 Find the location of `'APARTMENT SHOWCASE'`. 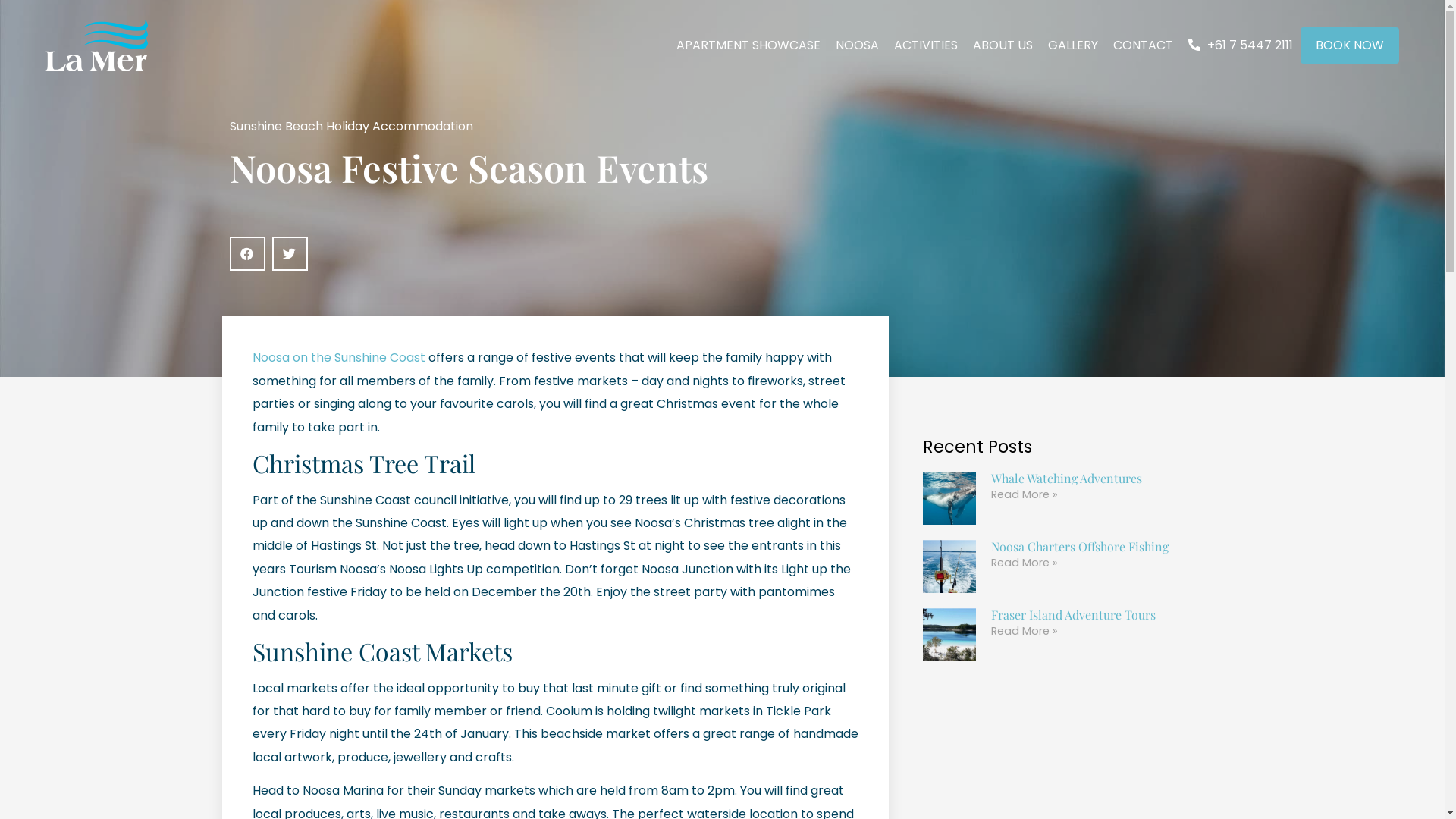

'APARTMENT SHOWCASE' is located at coordinates (748, 45).